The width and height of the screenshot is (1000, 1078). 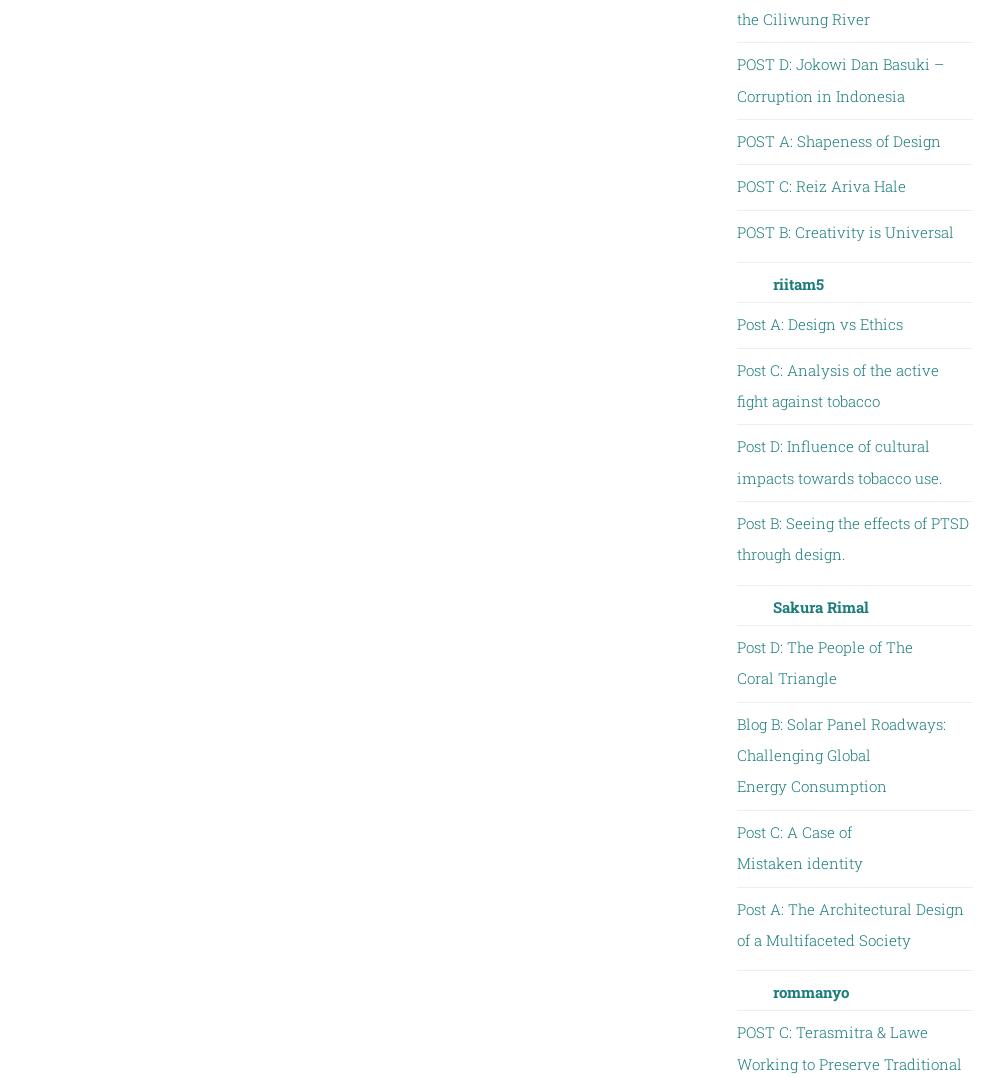 What do you see at coordinates (837, 141) in the screenshot?
I see `'POST A: Shapeness of Design'` at bounding box center [837, 141].